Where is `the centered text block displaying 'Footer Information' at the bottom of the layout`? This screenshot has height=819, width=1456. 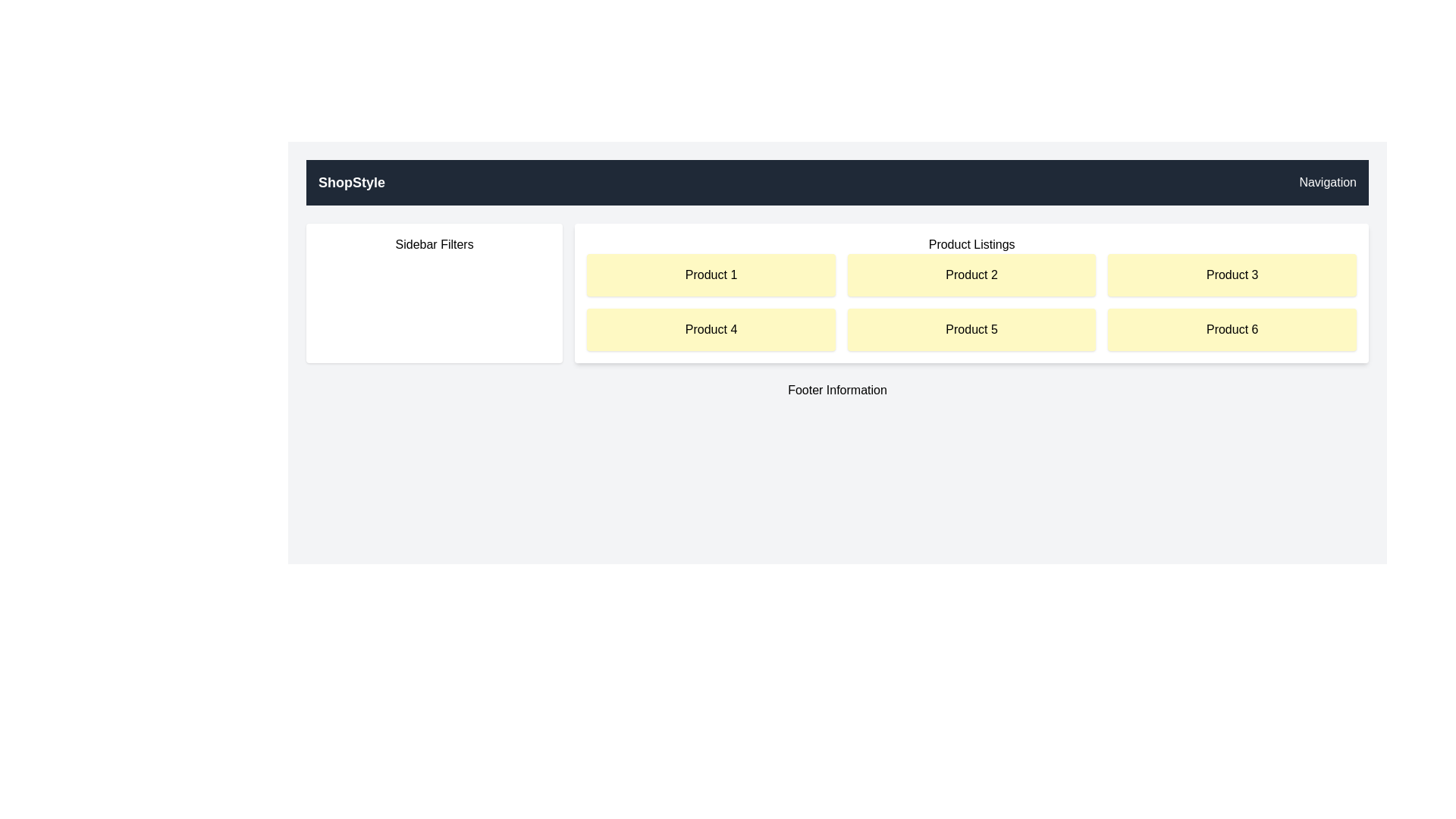
the centered text block displaying 'Footer Information' at the bottom of the layout is located at coordinates (836, 390).